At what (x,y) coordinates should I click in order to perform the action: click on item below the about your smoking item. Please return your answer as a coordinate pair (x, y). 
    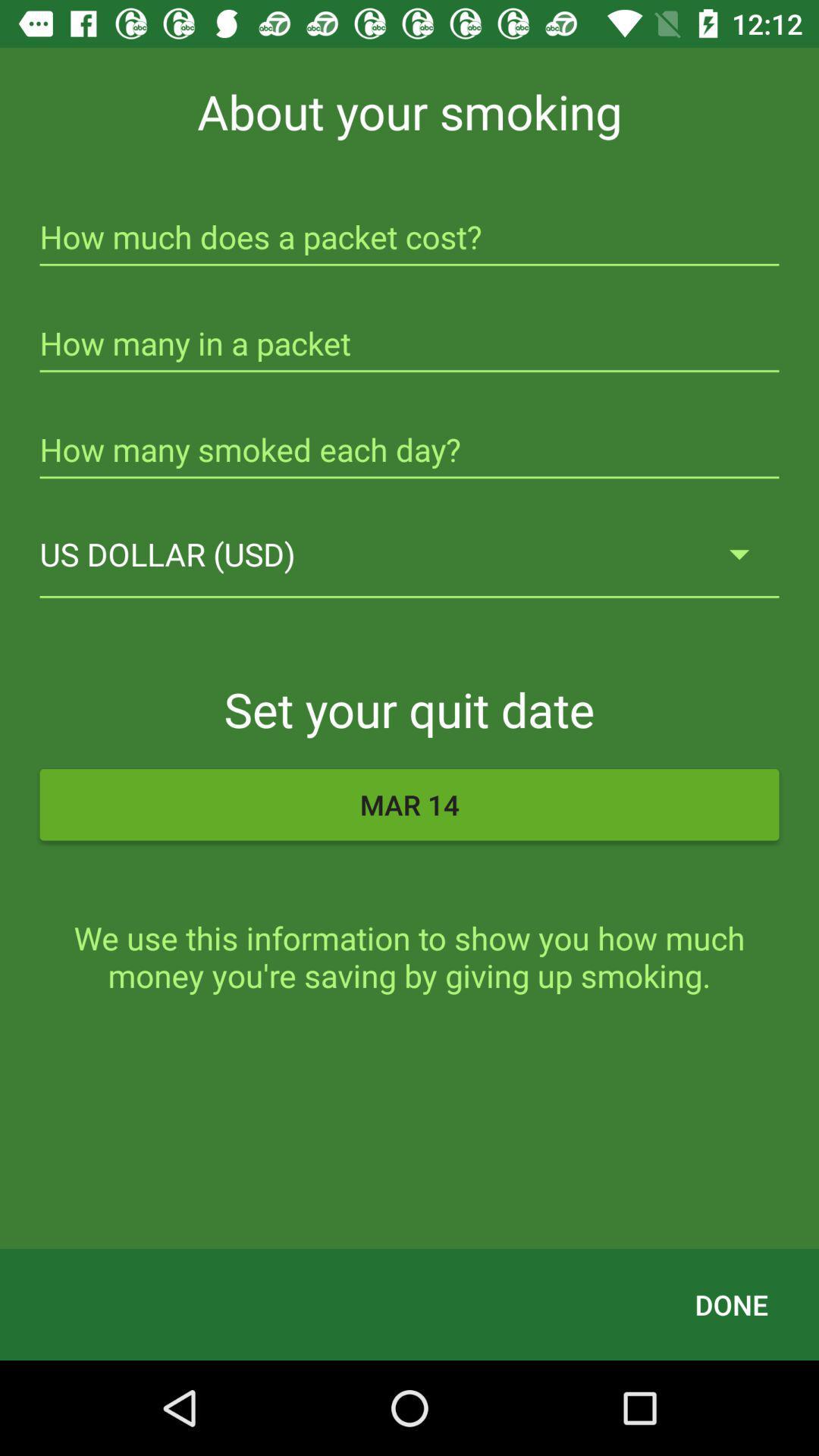
    Looking at the image, I should click on (409, 238).